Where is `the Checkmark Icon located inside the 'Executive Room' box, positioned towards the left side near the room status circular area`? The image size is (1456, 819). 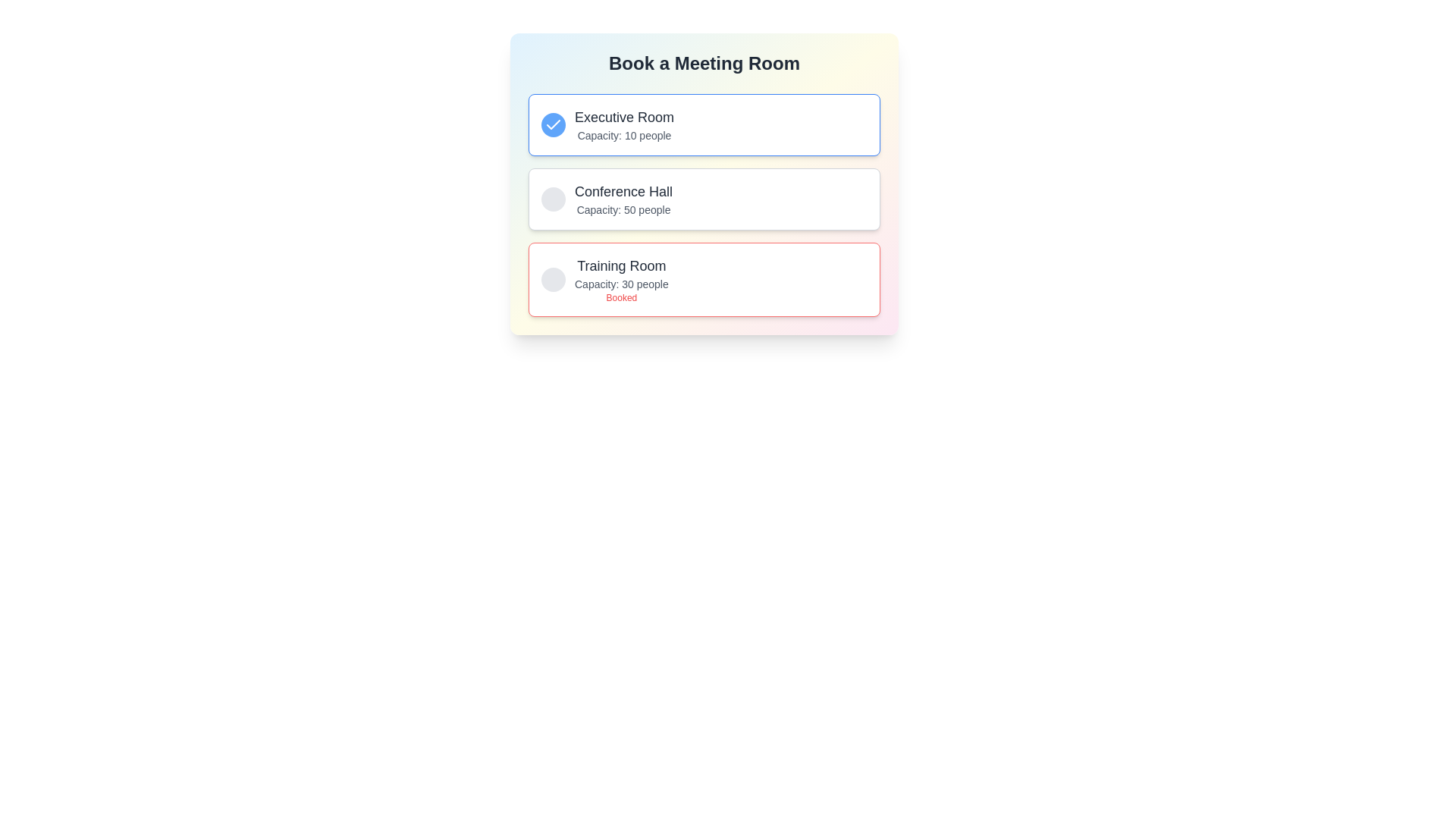
the Checkmark Icon located inside the 'Executive Room' box, positioned towards the left side near the room status circular area is located at coordinates (552, 124).